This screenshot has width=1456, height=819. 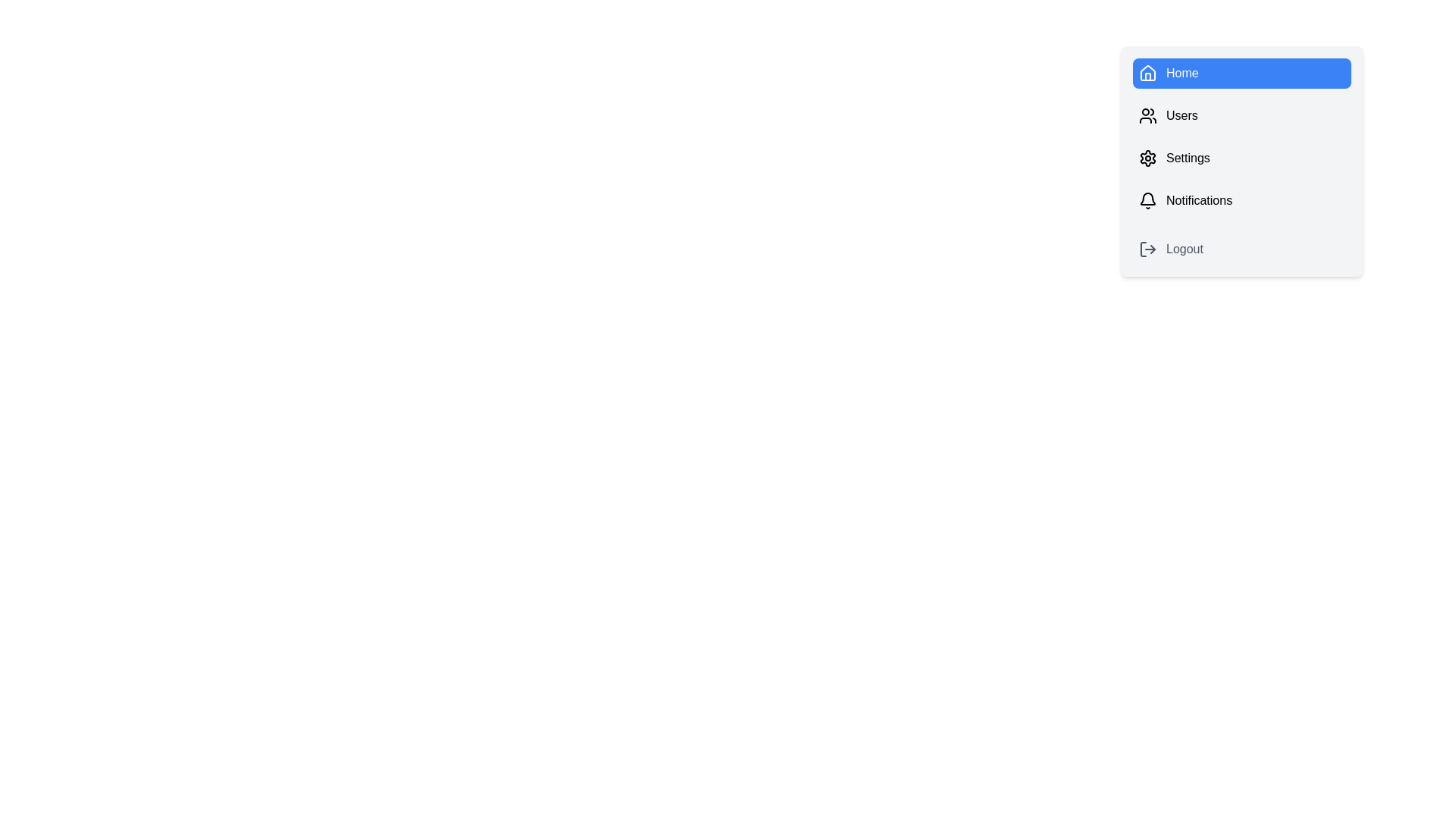 I want to click on the 'Users' menu icon located on the left in the second row of the vertical sidebar menu, so click(x=1147, y=115).